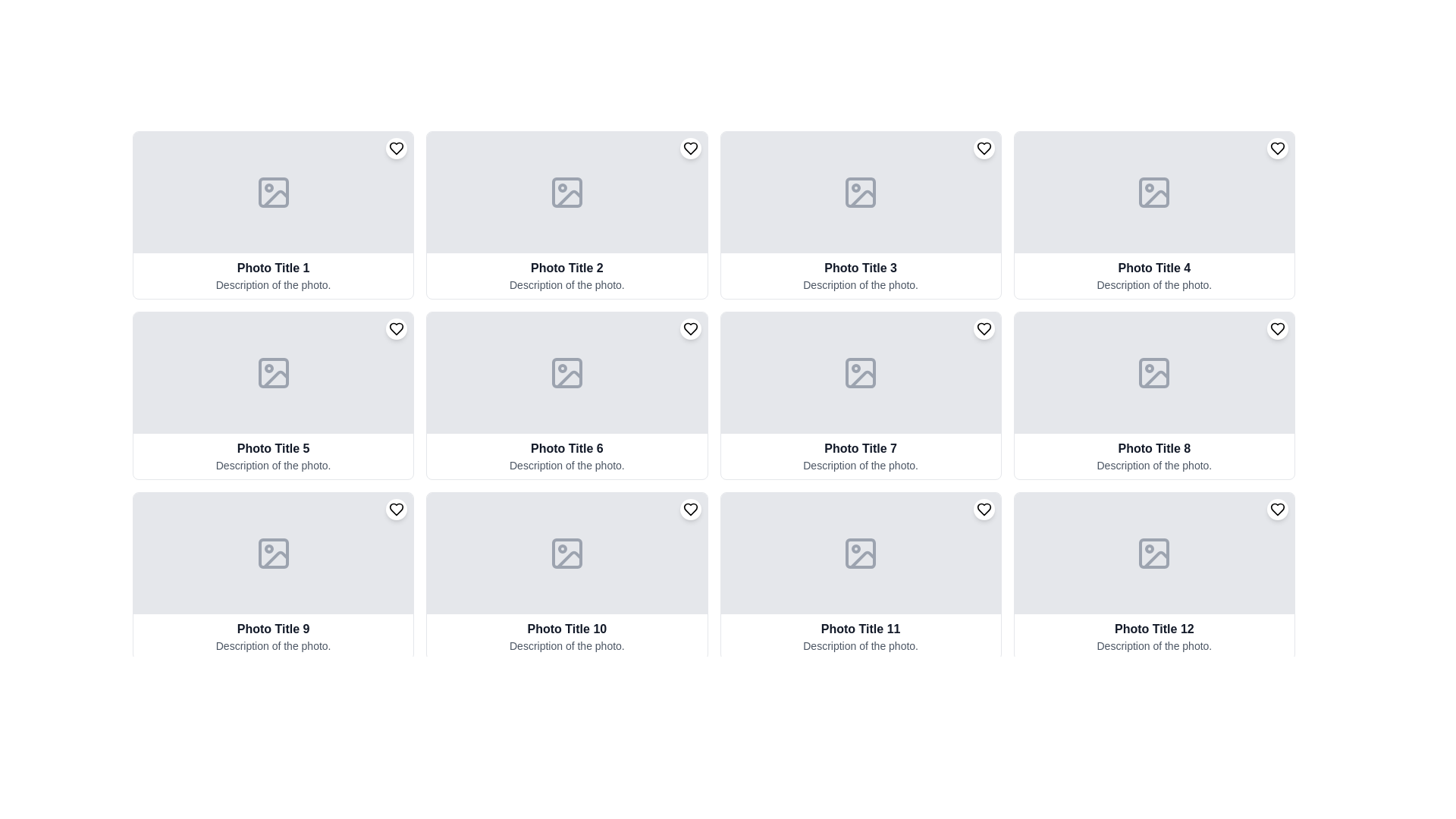 The image size is (1456, 819). What do you see at coordinates (861, 192) in the screenshot?
I see `the SVG image icon representing an image placeholder located in the card labeled 'Photo Title 3' in the first row, third column of the grid layout` at bounding box center [861, 192].